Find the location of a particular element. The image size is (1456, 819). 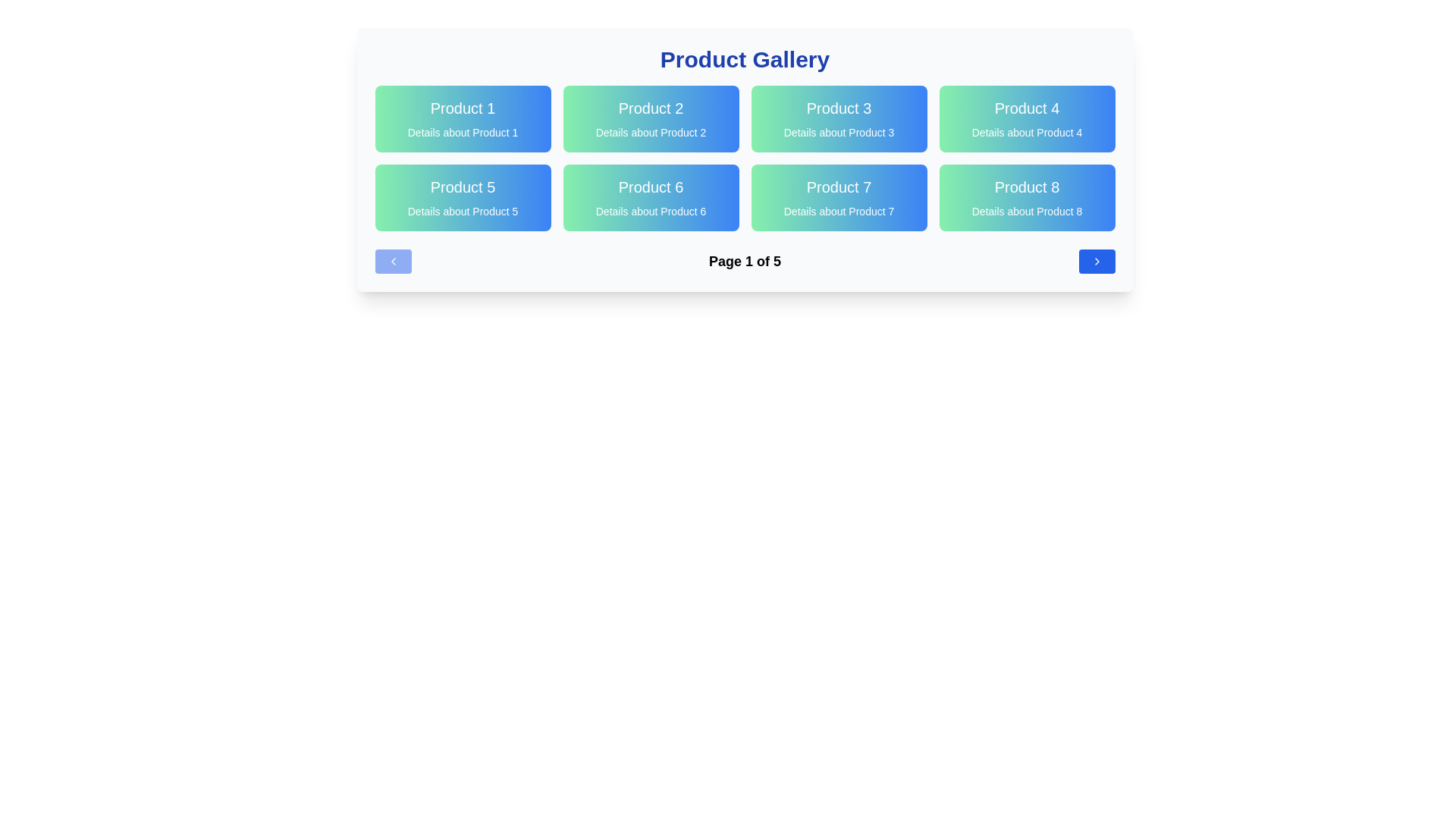

the text label providing supplementary details about Product 6, located beneath the title in the product card is located at coordinates (651, 211).